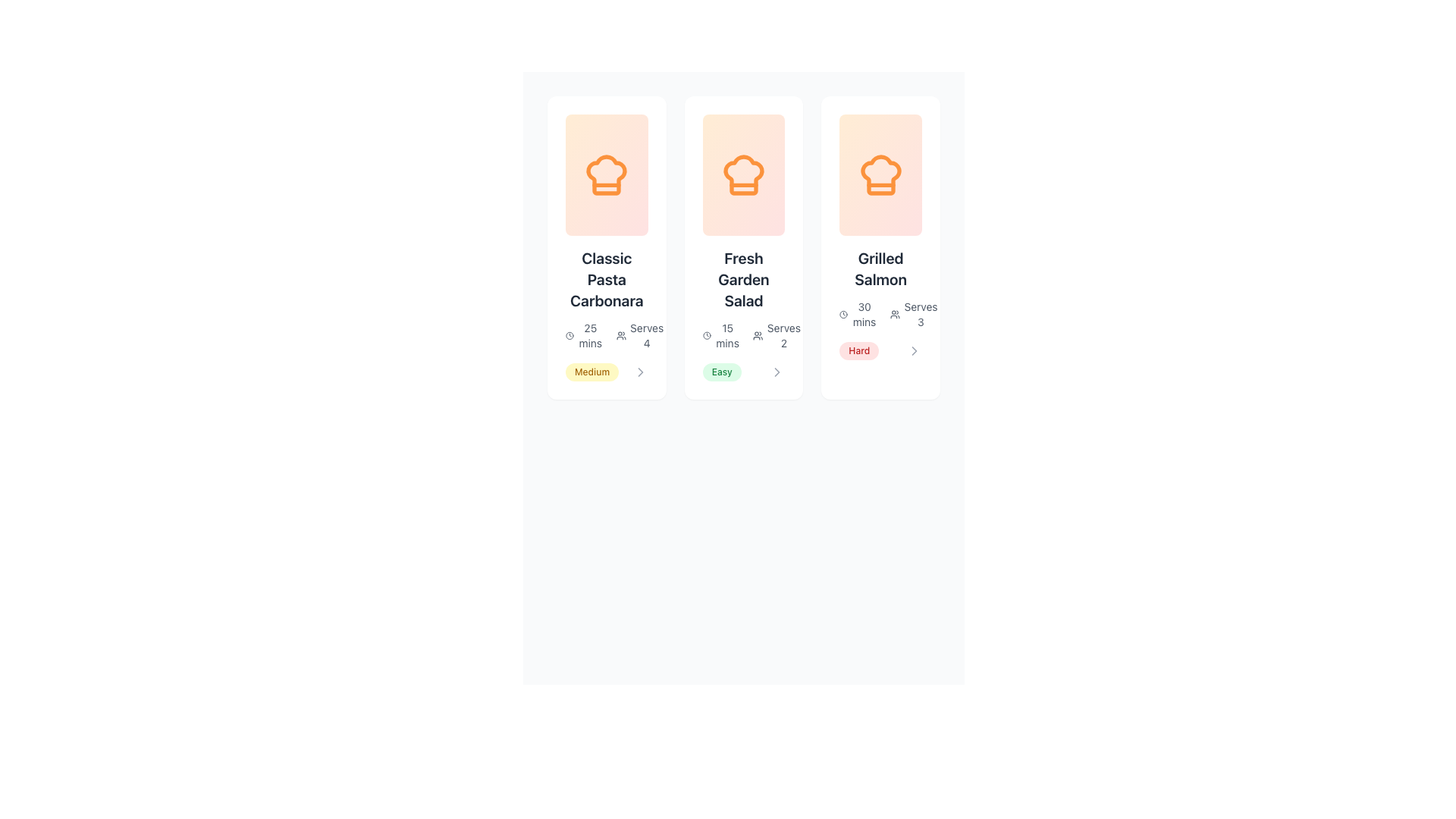 Image resolution: width=1456 pixels, height=819 pixels. I want to click on the chef hat icon with an orange outline located at the top center of the first card, which features a light gradient background and is above the 'Classic Pasta Carbonara' text, so click(607, 174).